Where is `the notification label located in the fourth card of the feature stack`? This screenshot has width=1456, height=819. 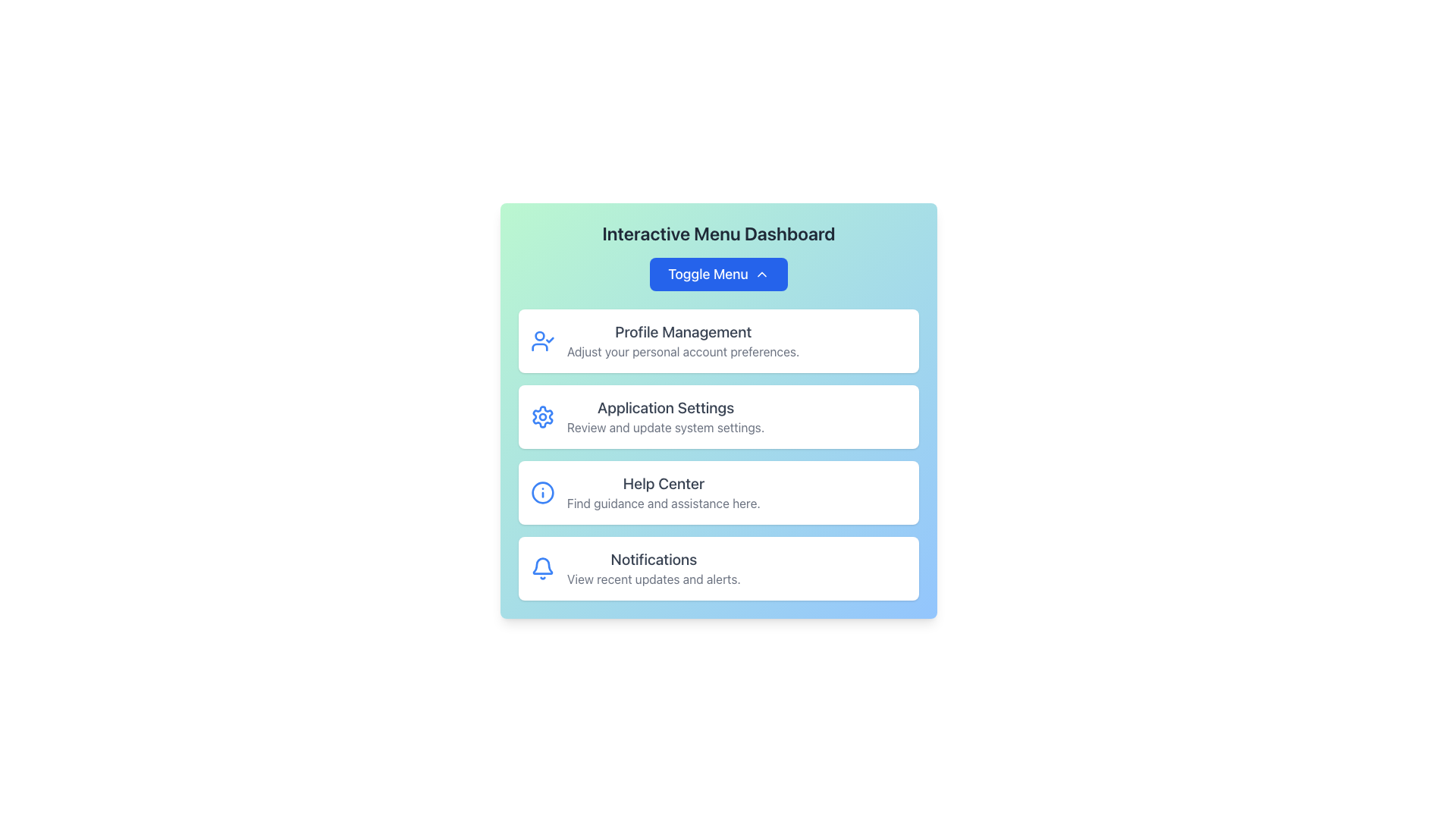
the notification label located in the fourth card of the feature stack is located at coordinates (654, 568).